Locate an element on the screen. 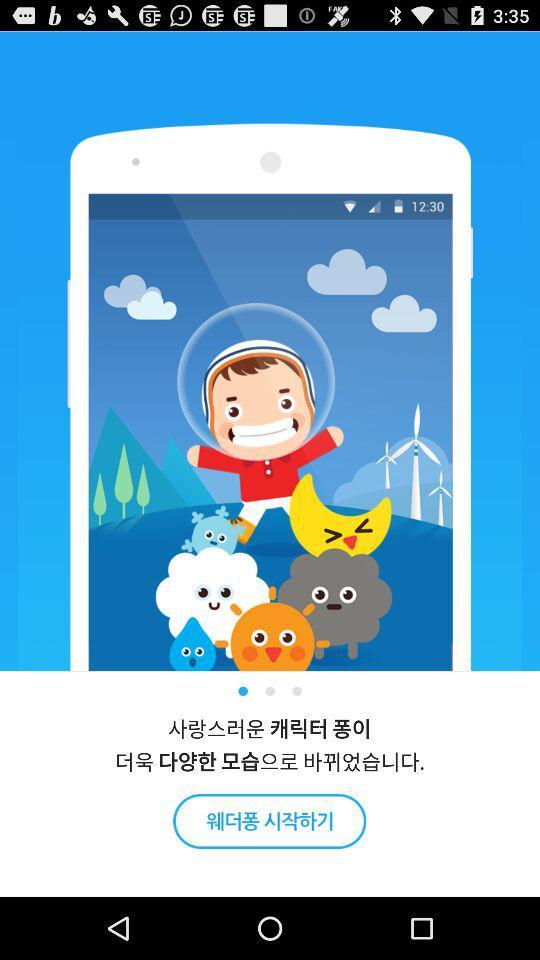  the book icon is located at coordinates (269, 878).